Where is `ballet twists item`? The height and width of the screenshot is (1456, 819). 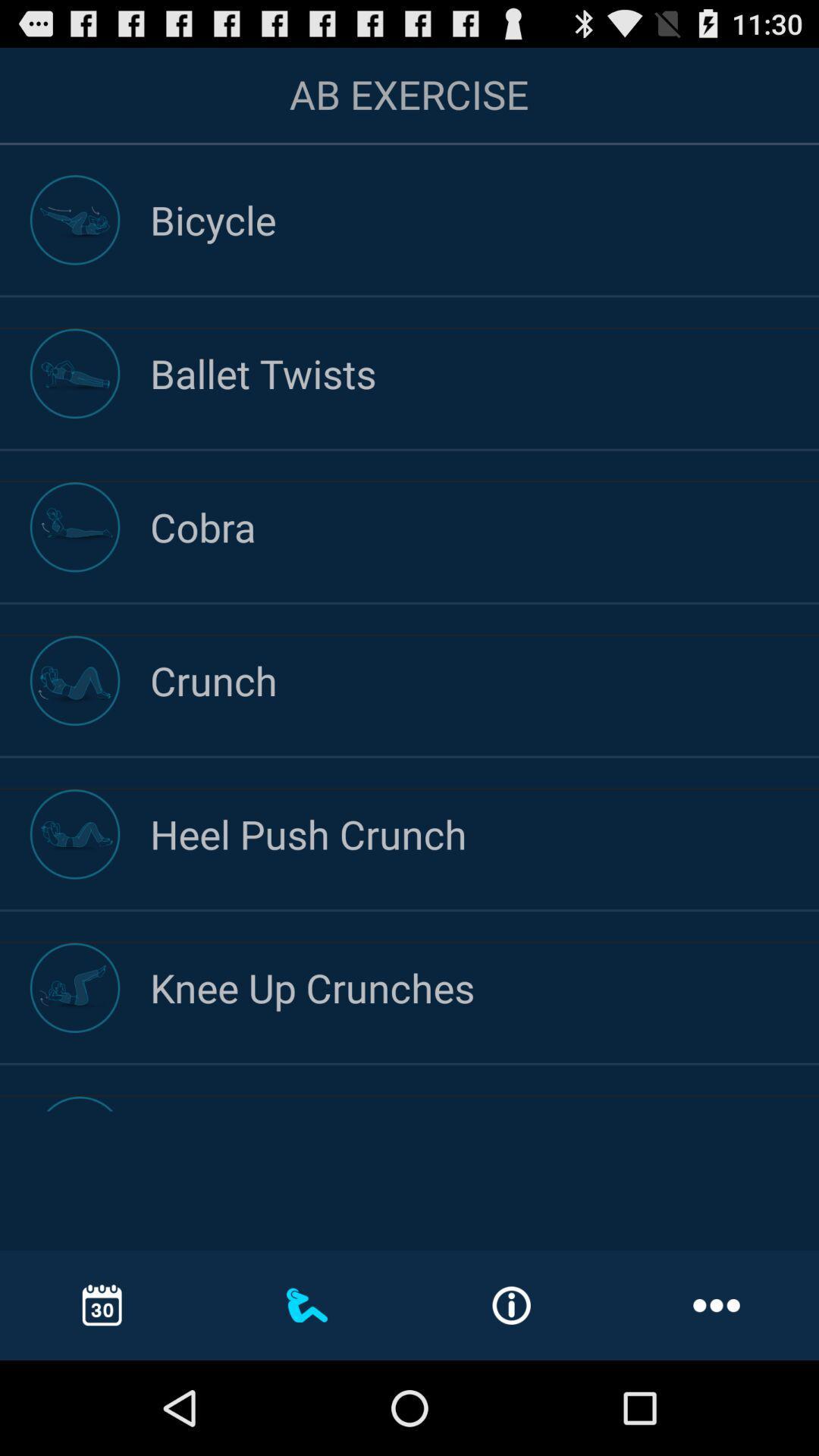
ballet twists item is located at coordinates (485, 373).